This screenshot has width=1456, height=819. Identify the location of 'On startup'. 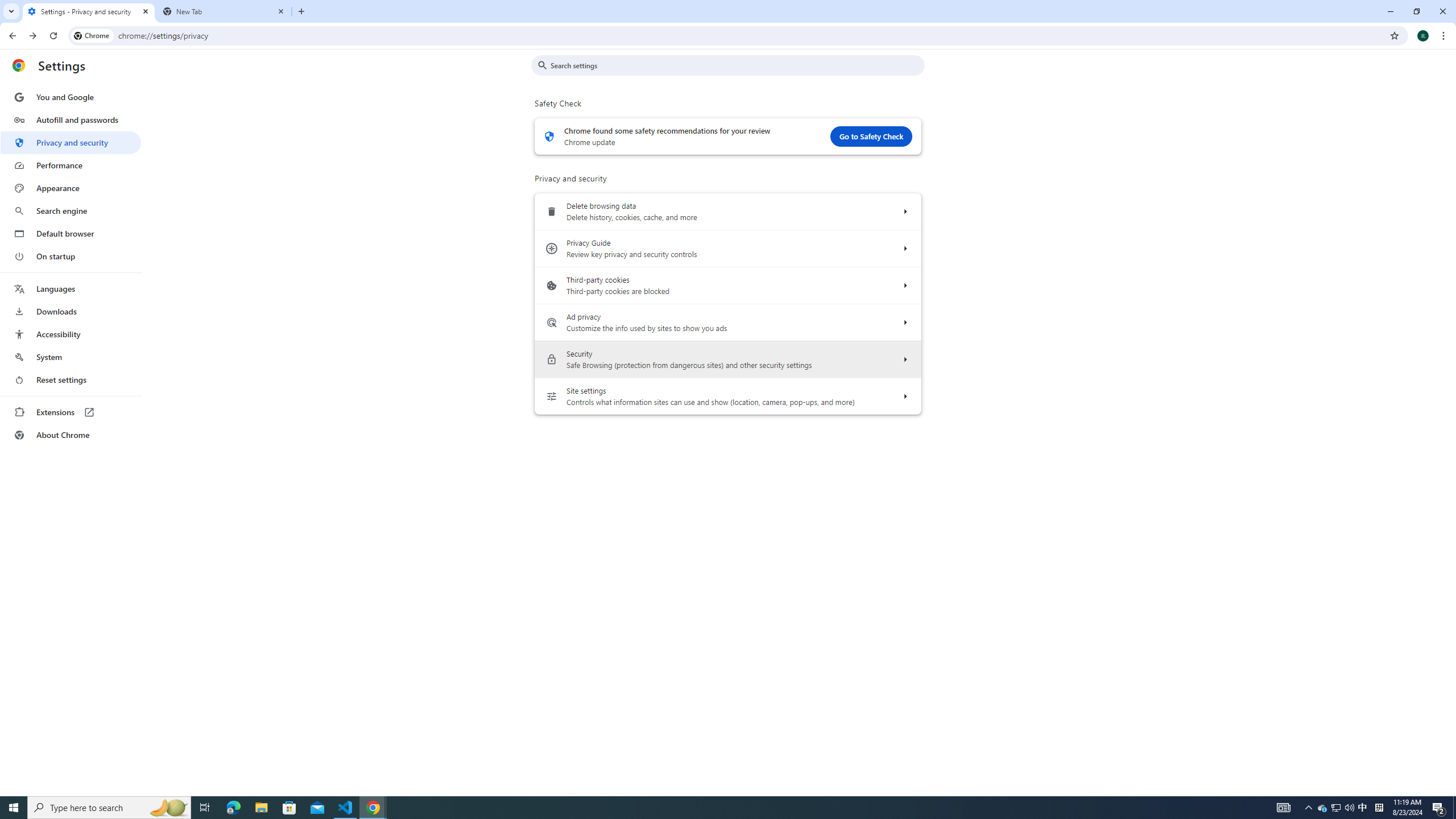
(70, 255).